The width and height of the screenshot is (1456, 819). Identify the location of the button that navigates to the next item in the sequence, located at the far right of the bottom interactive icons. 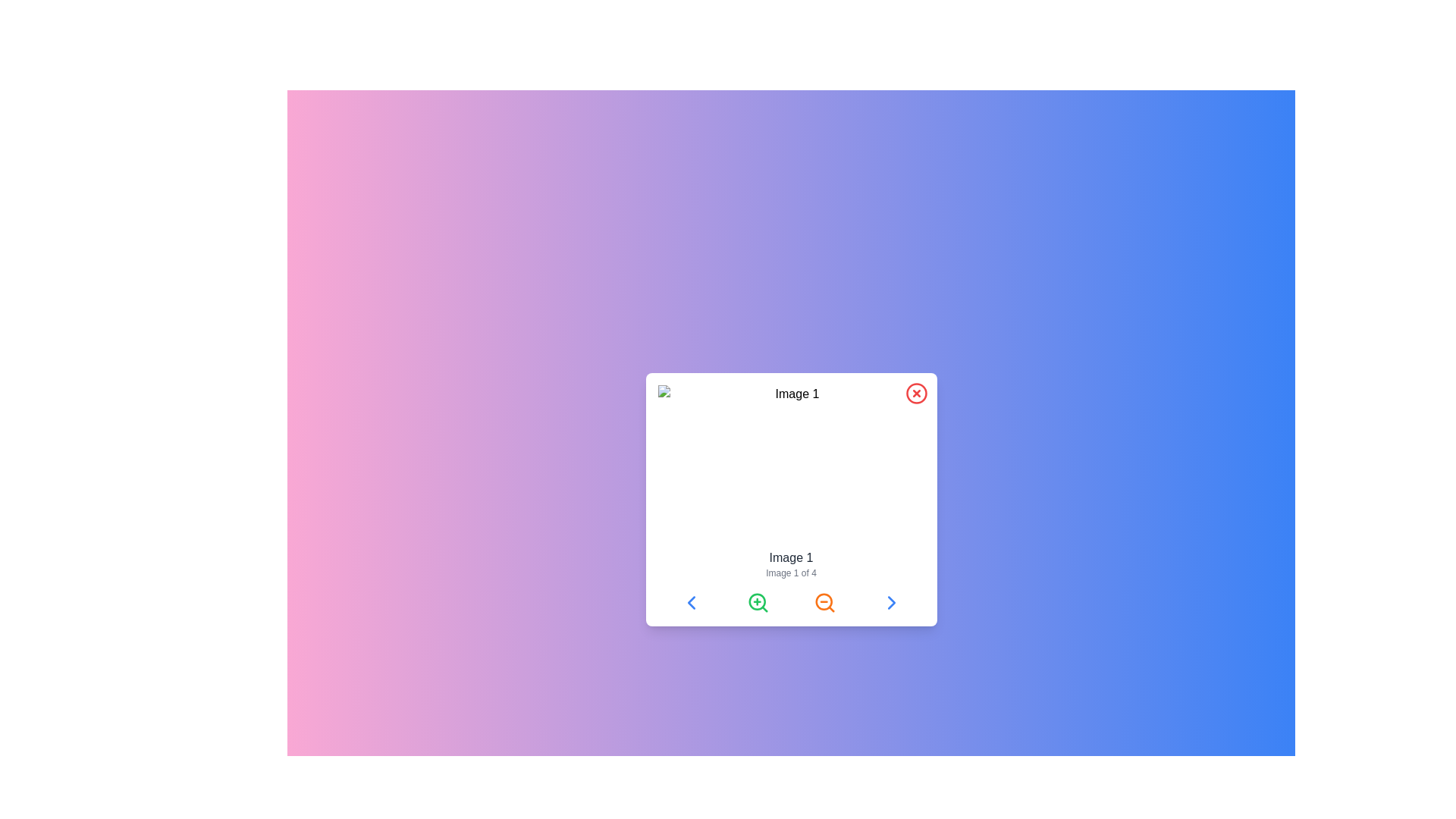
(891, 601).